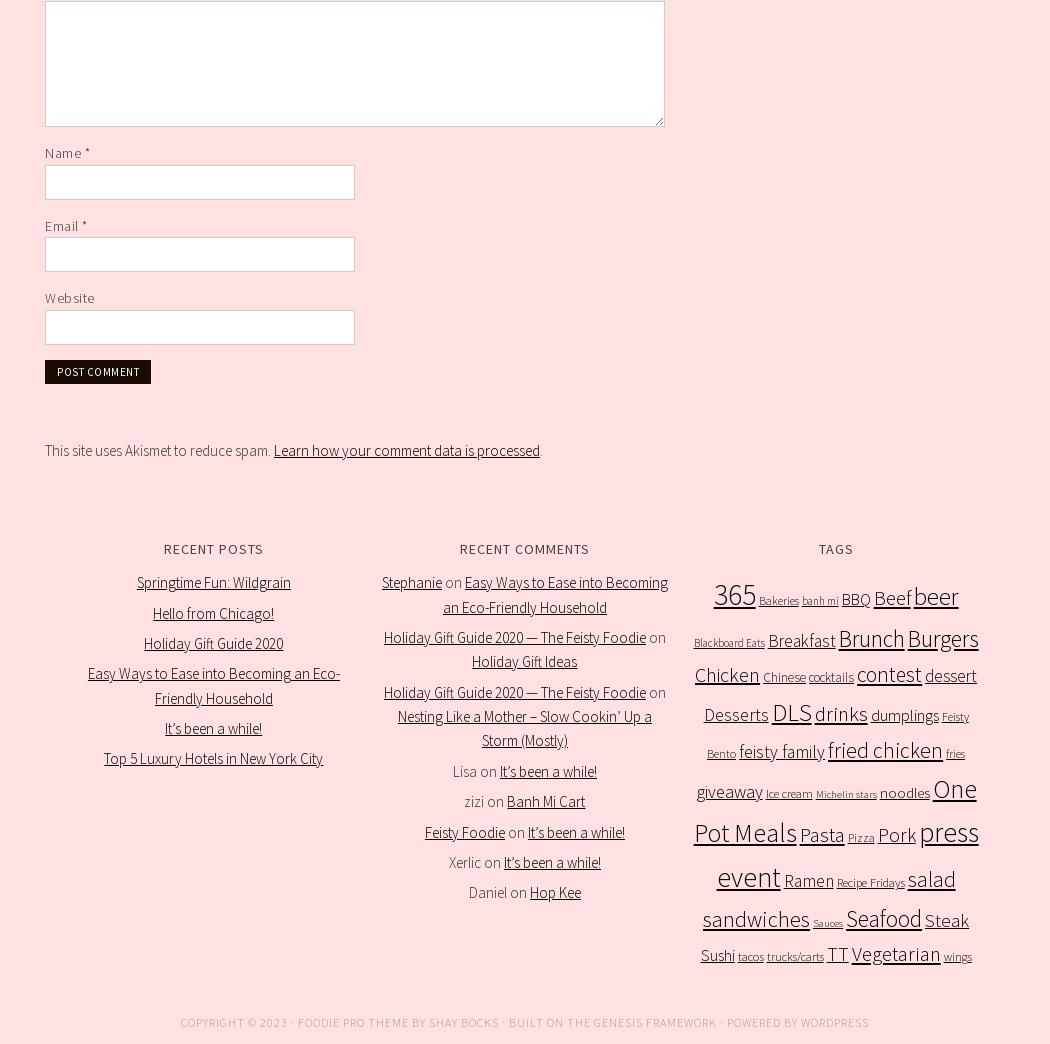 Image resolution: width=1050 pixels, height=1044 pixels. I want to click on 'giveaway', so click(694, 789).